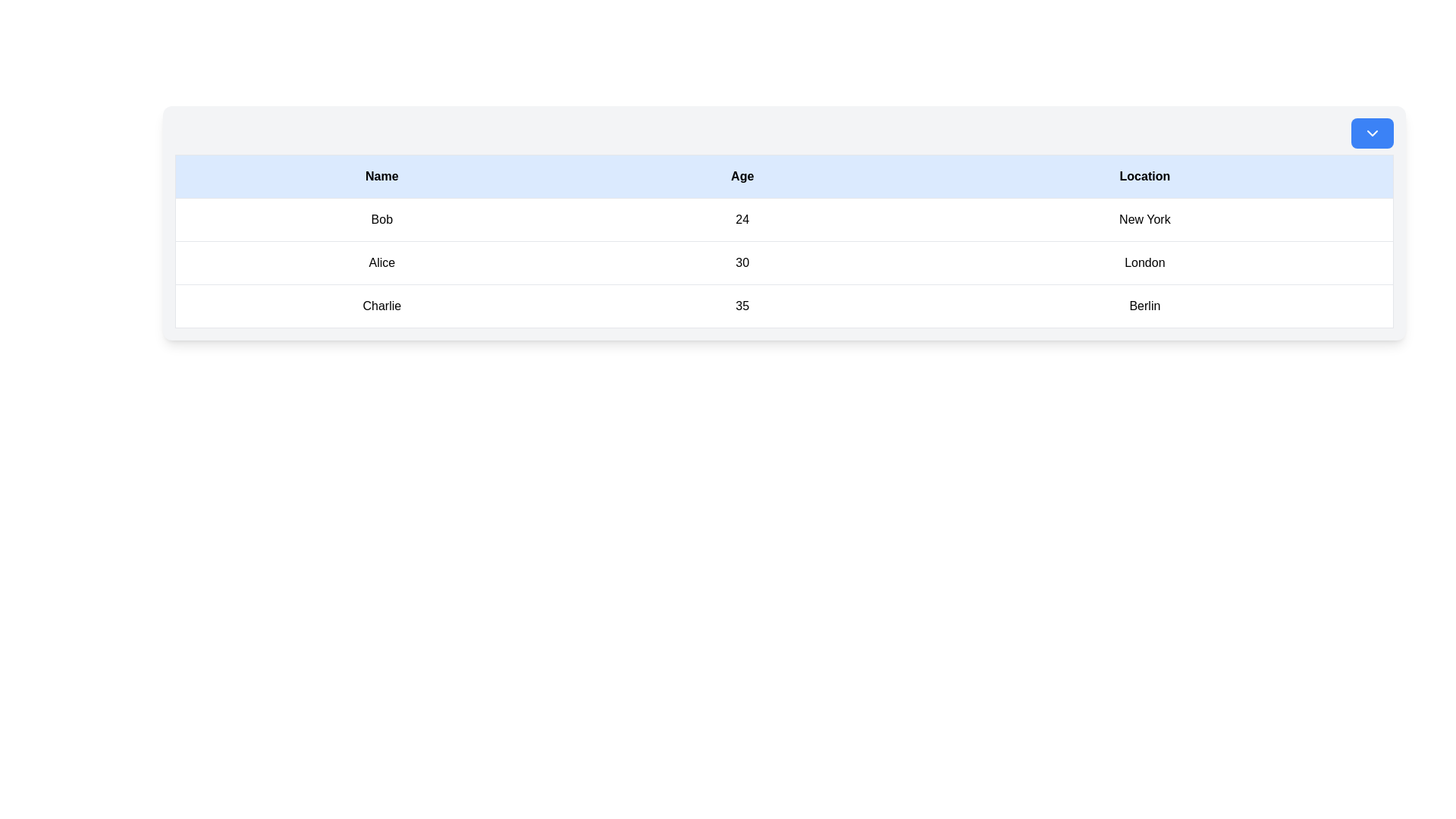 The image size is (1456, 819). I want to click on text label 'Charlie' located in the first column of the last visible row in the table, so click(381, 306).